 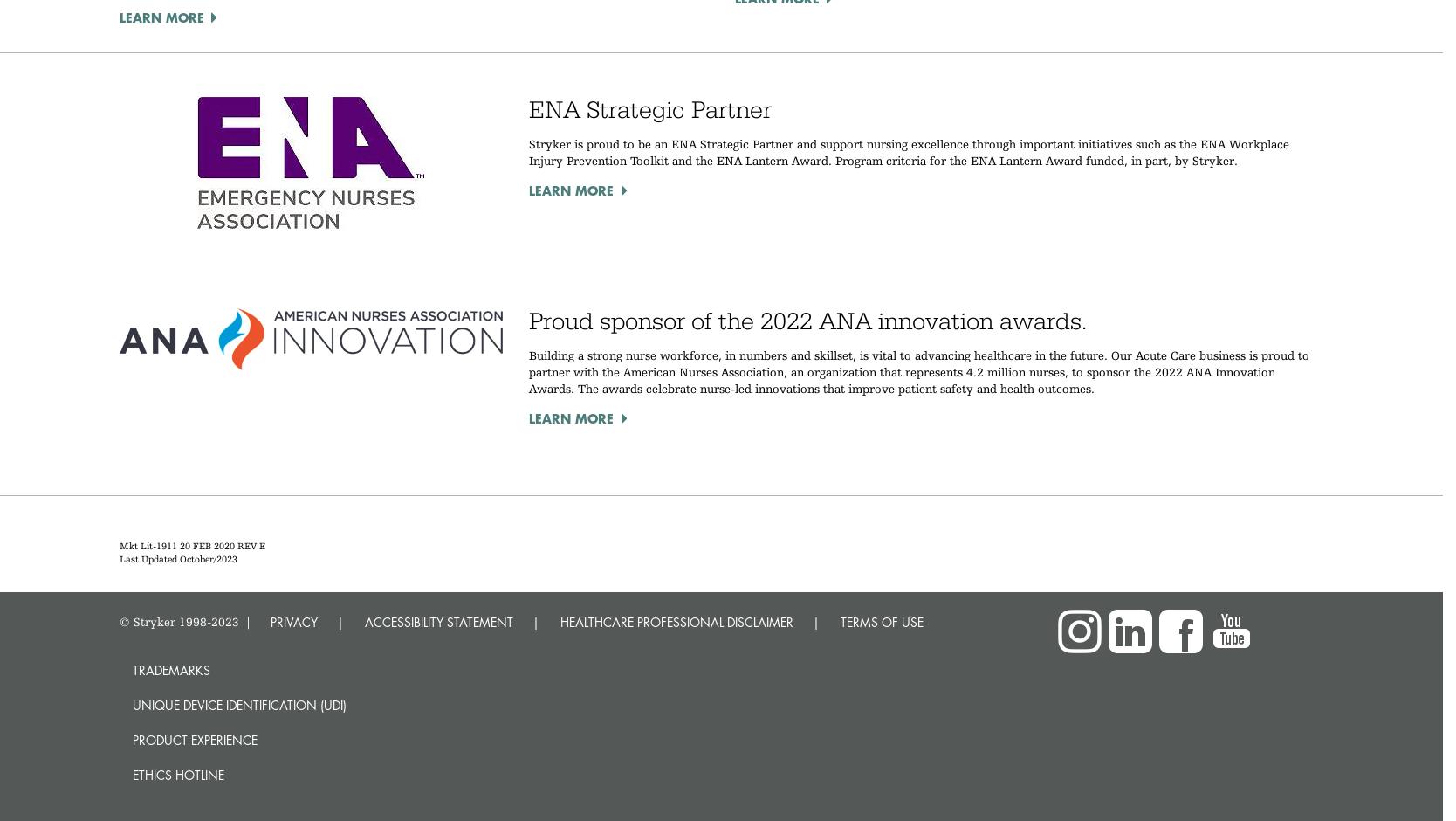 I want to click on 'Trademarks', so click(x=170, y=669).